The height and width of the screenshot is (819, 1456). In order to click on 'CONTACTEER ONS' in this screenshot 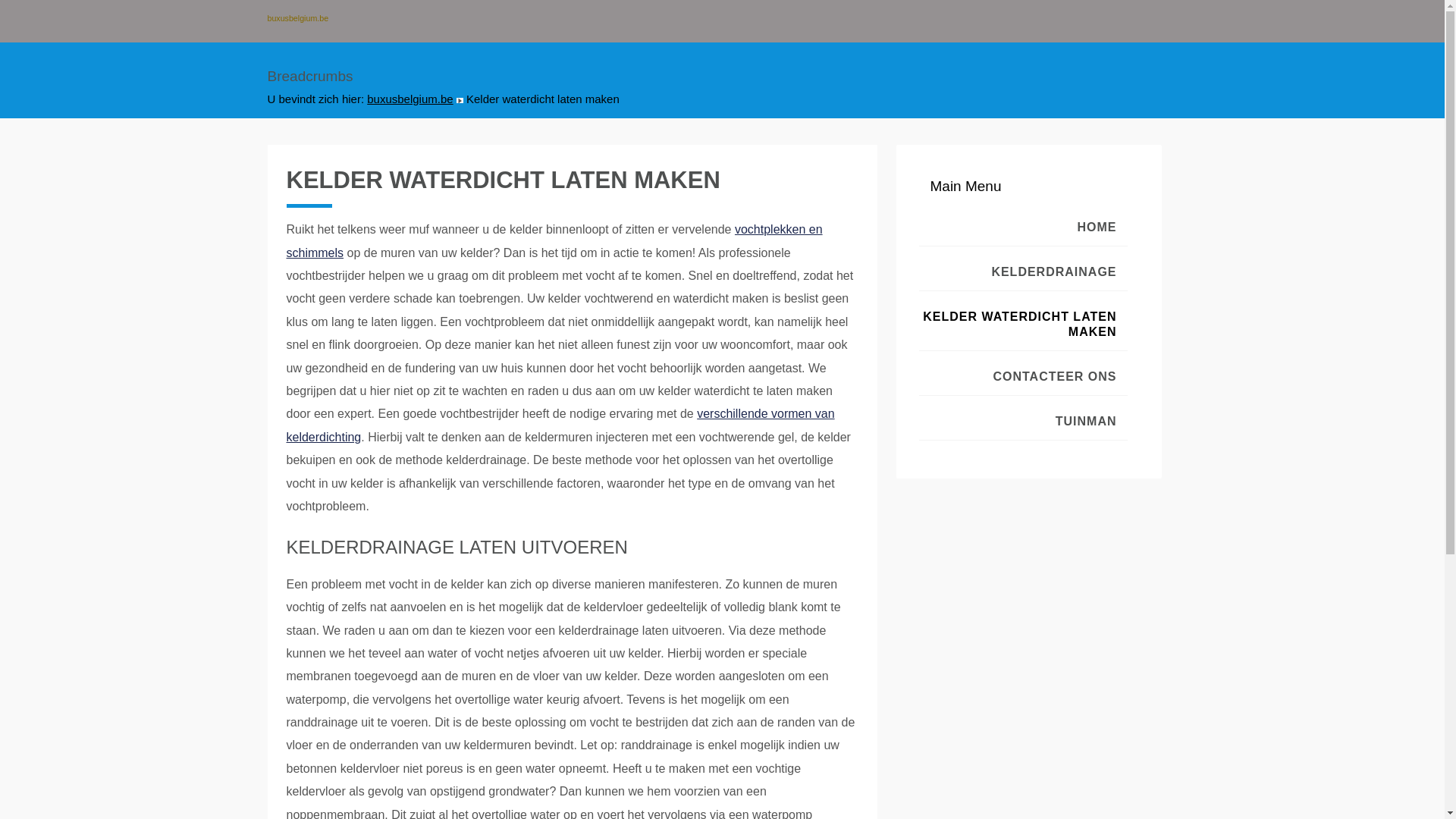, I will do `click(1023, 376)`.